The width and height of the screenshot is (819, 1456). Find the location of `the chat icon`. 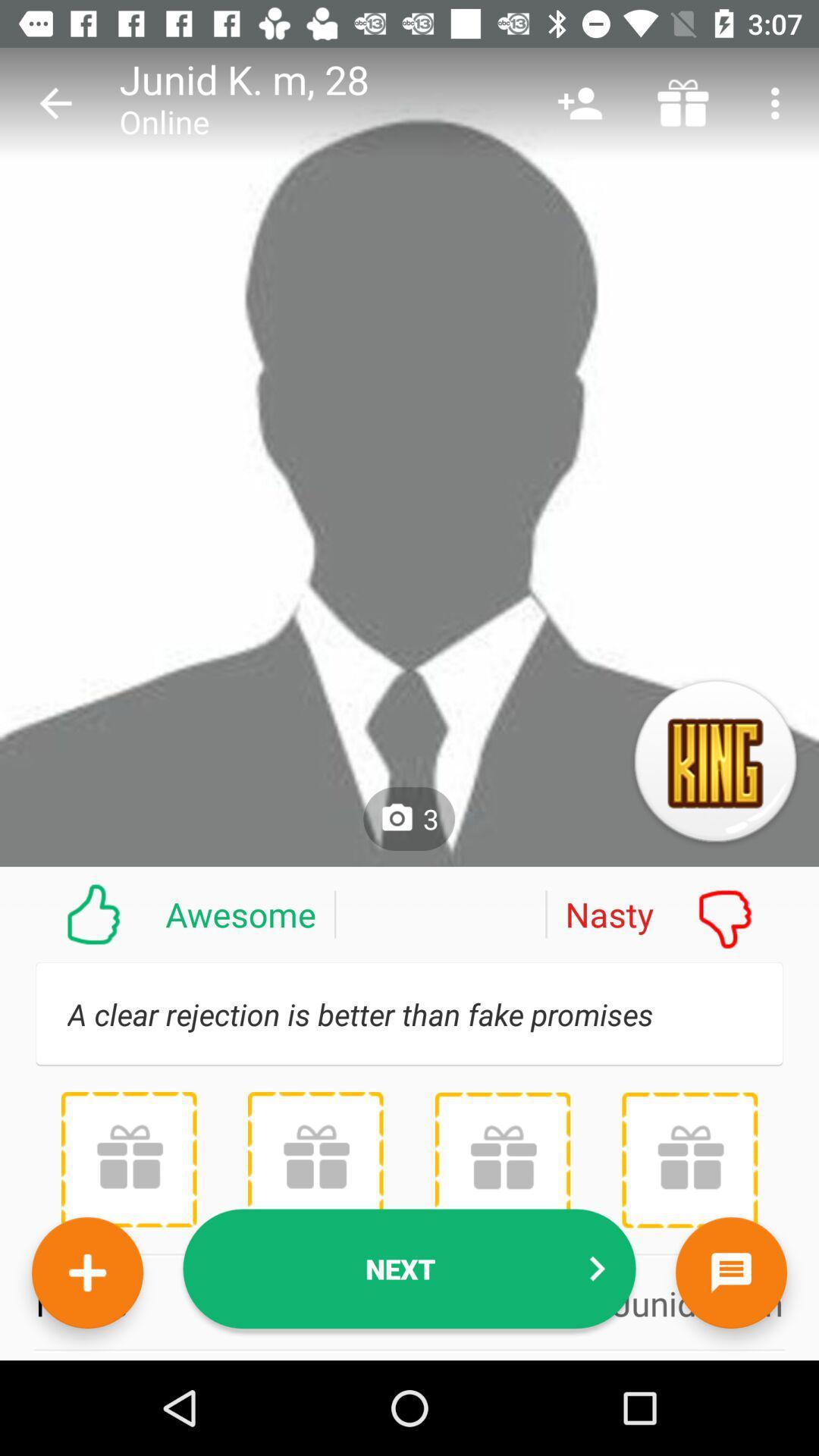

the chat icon is located at coordinates (730, 1272).